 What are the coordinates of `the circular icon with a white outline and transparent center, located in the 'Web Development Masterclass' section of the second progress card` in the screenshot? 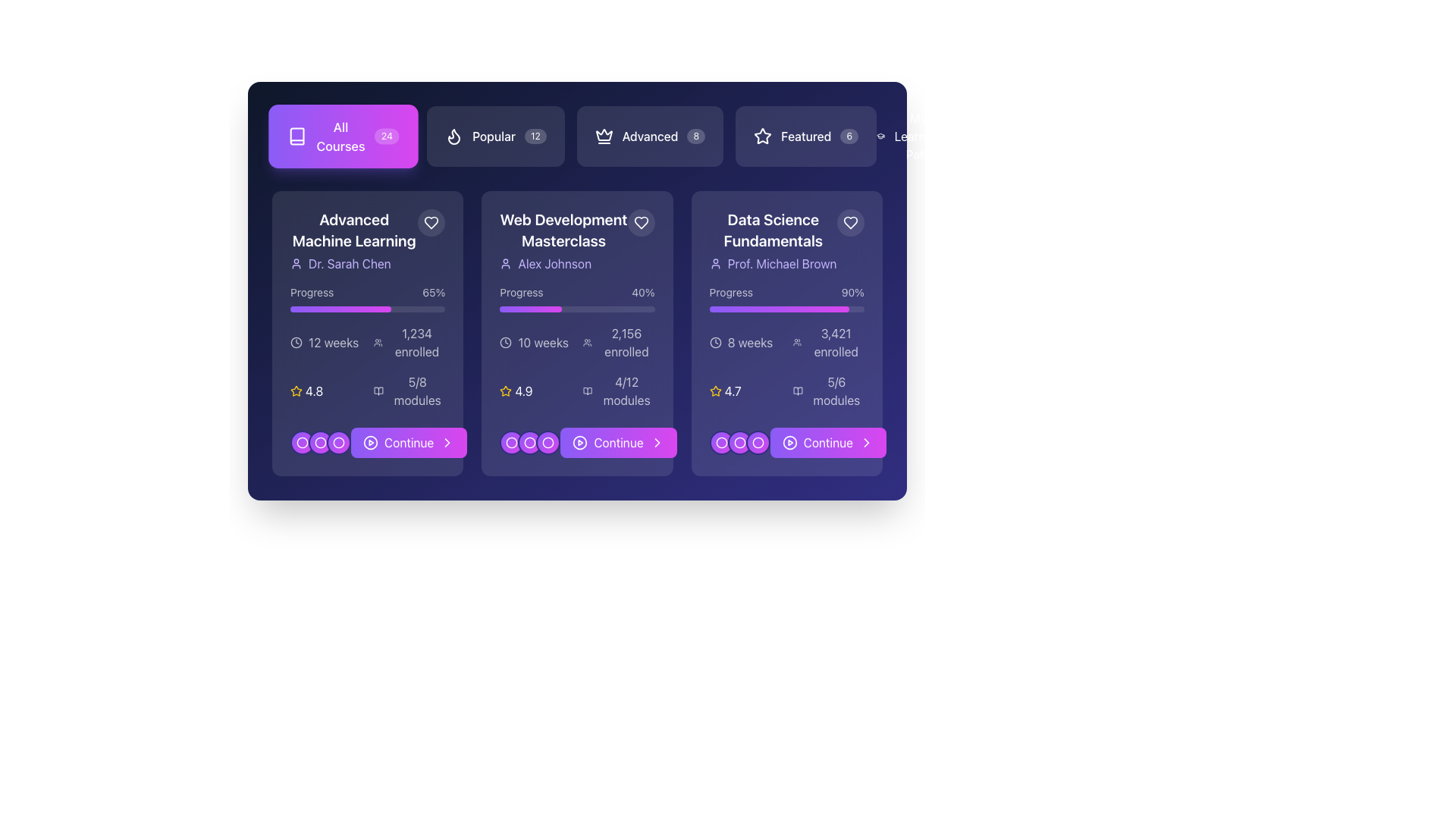 It's located at (548, 442).